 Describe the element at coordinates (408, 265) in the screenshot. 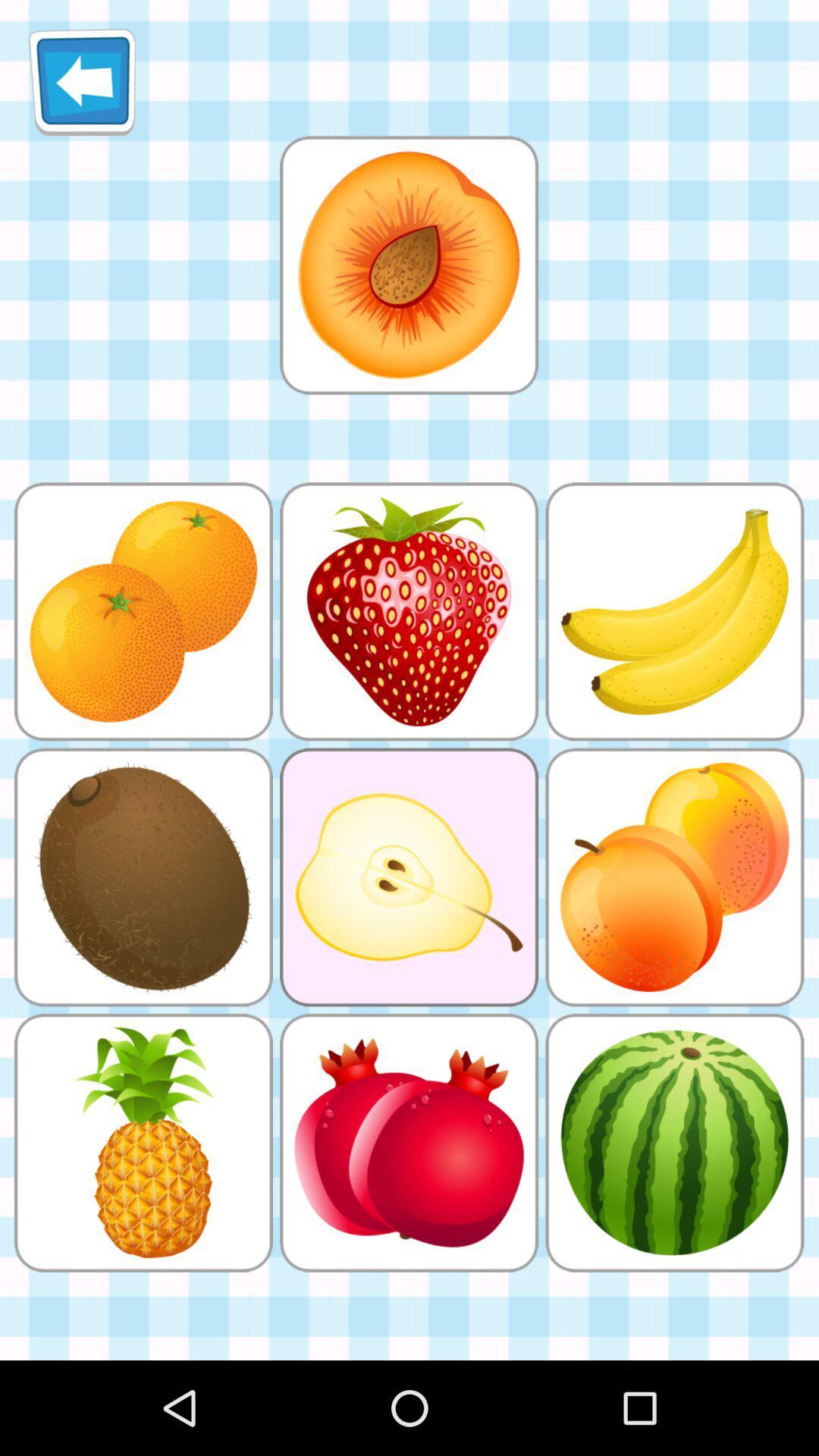

I see `display the image to find` at that location.